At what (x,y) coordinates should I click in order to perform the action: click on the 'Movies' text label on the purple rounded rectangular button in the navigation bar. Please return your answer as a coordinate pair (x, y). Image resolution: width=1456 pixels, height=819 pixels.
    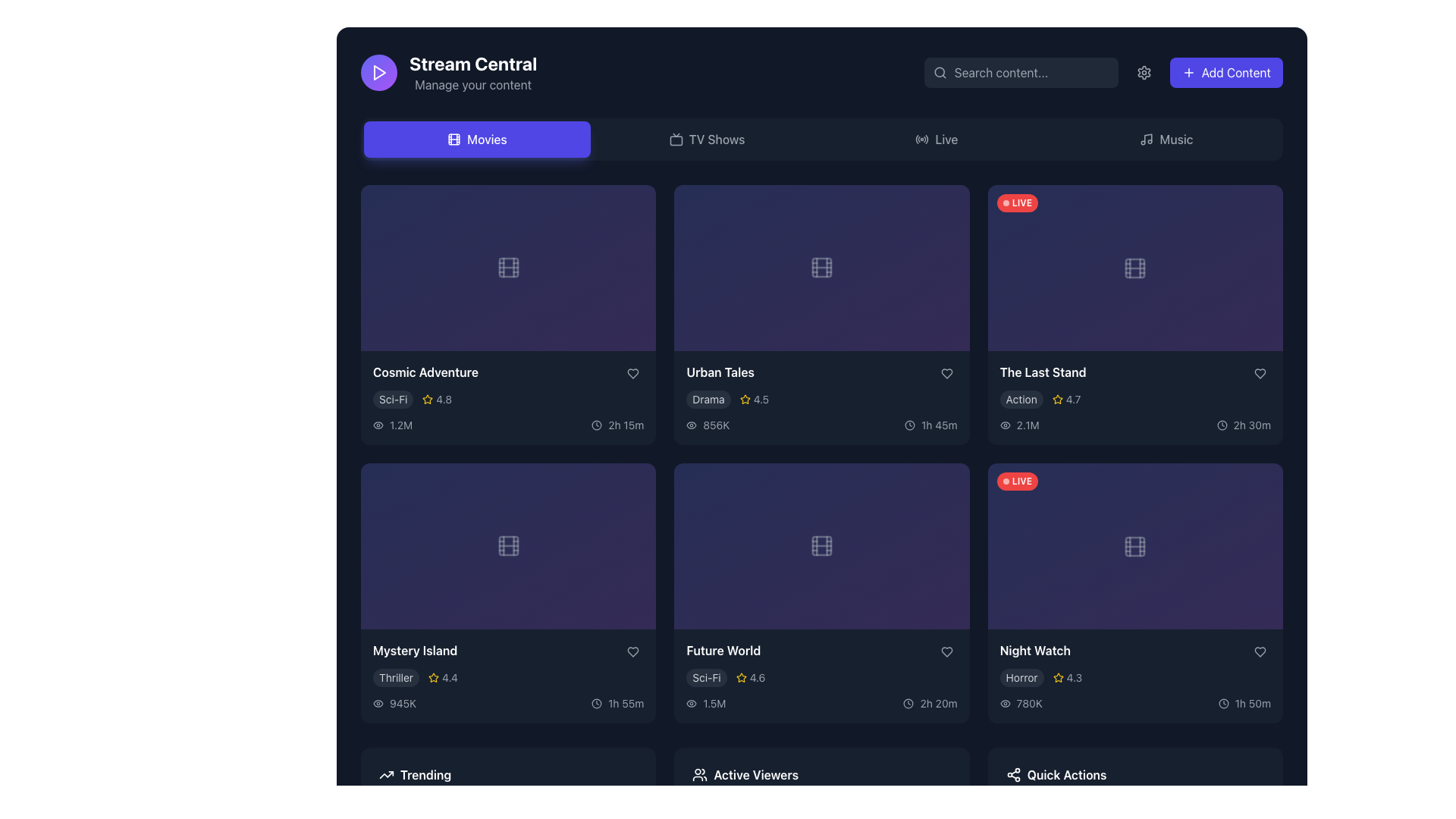
    Looking at the image, I should click on (487, 140).